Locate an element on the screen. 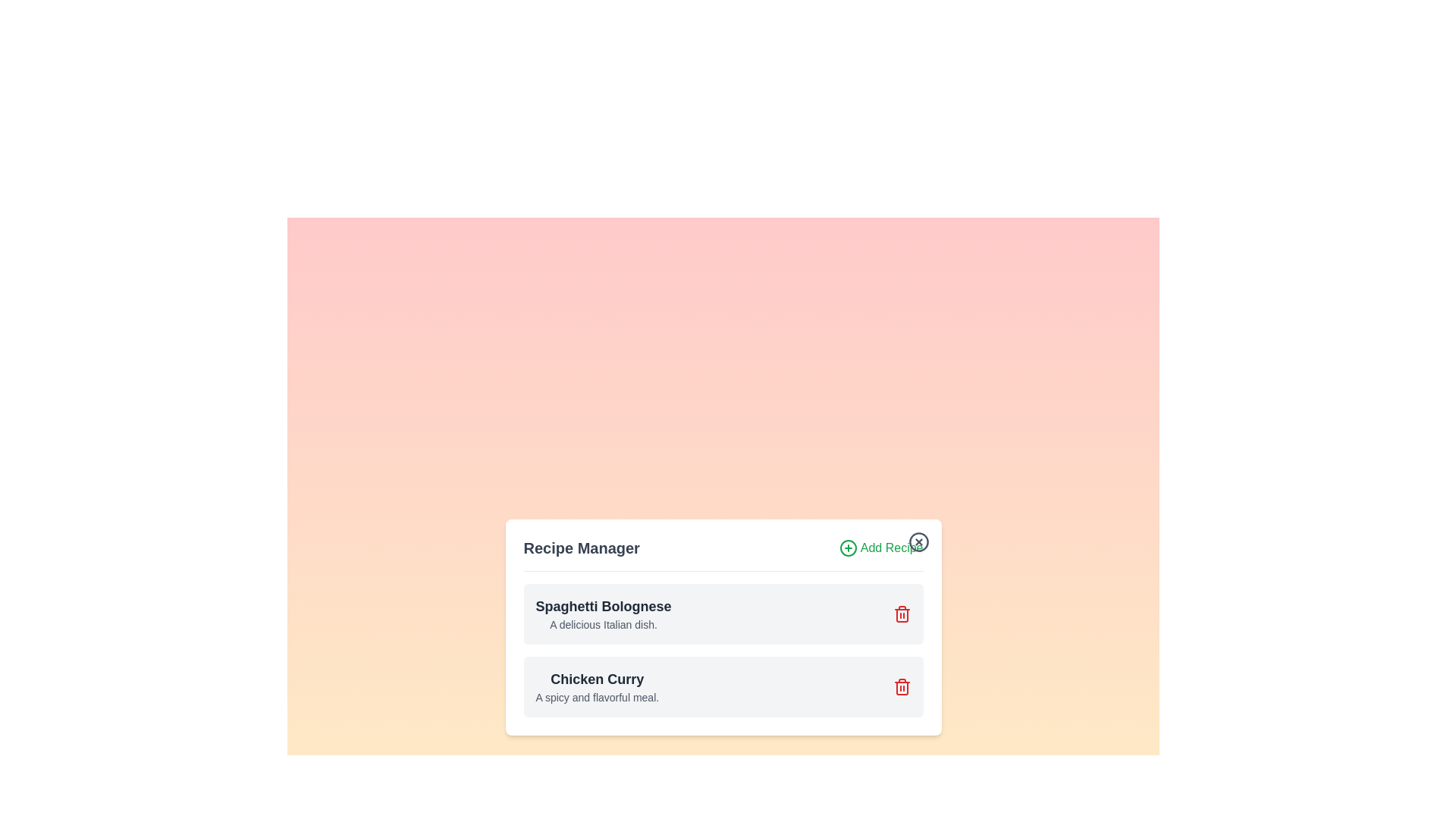 Image resolution: width=1456 pixels, height=819 pixels. the bold textual label displaying 'Recipe Manager', which is styled prominently as a title and positioned near the top-left corner of its containing section is located at coordinates (581, 548).